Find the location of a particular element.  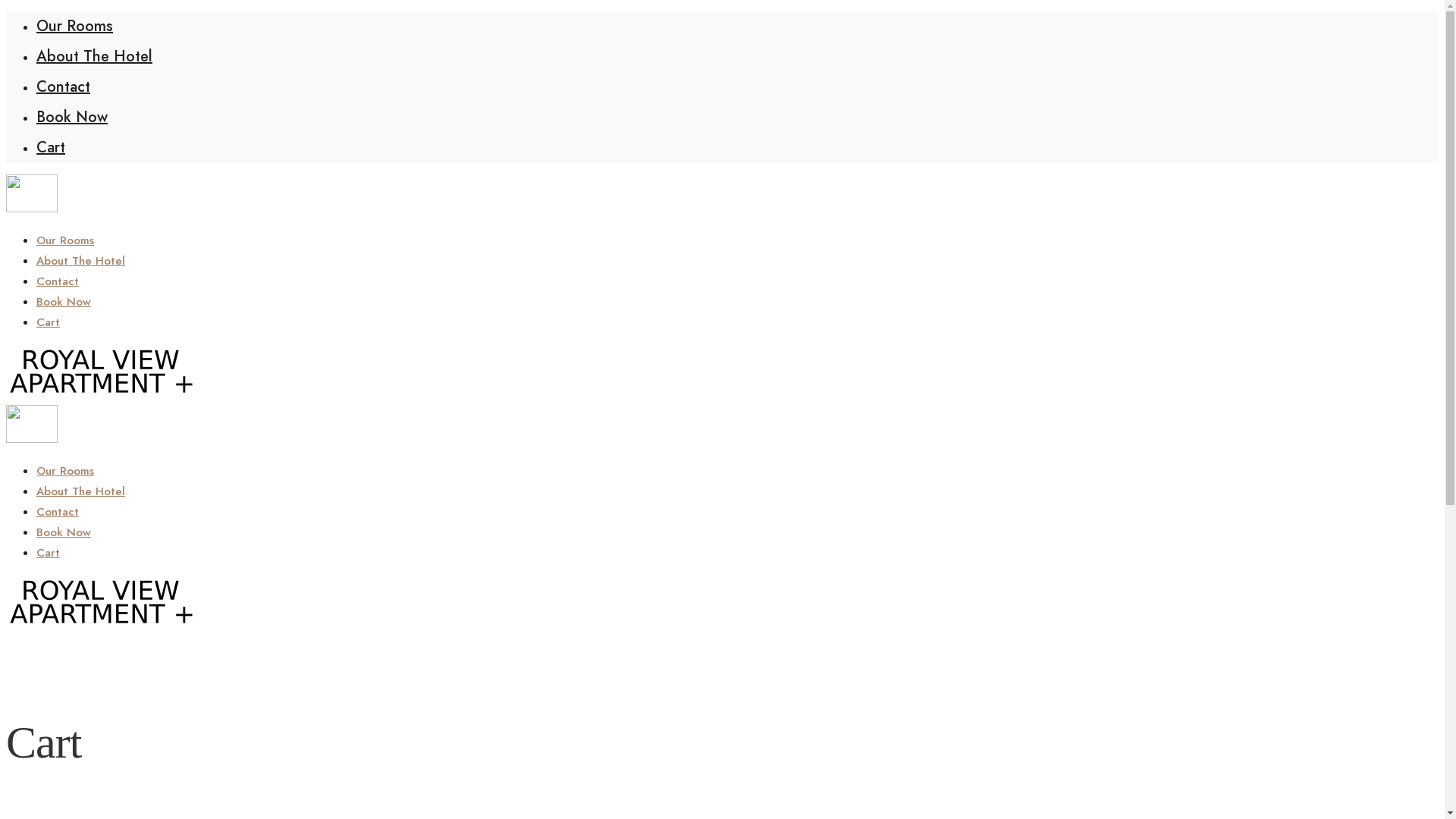

'Book Now' is located at coordinates (62, 532).